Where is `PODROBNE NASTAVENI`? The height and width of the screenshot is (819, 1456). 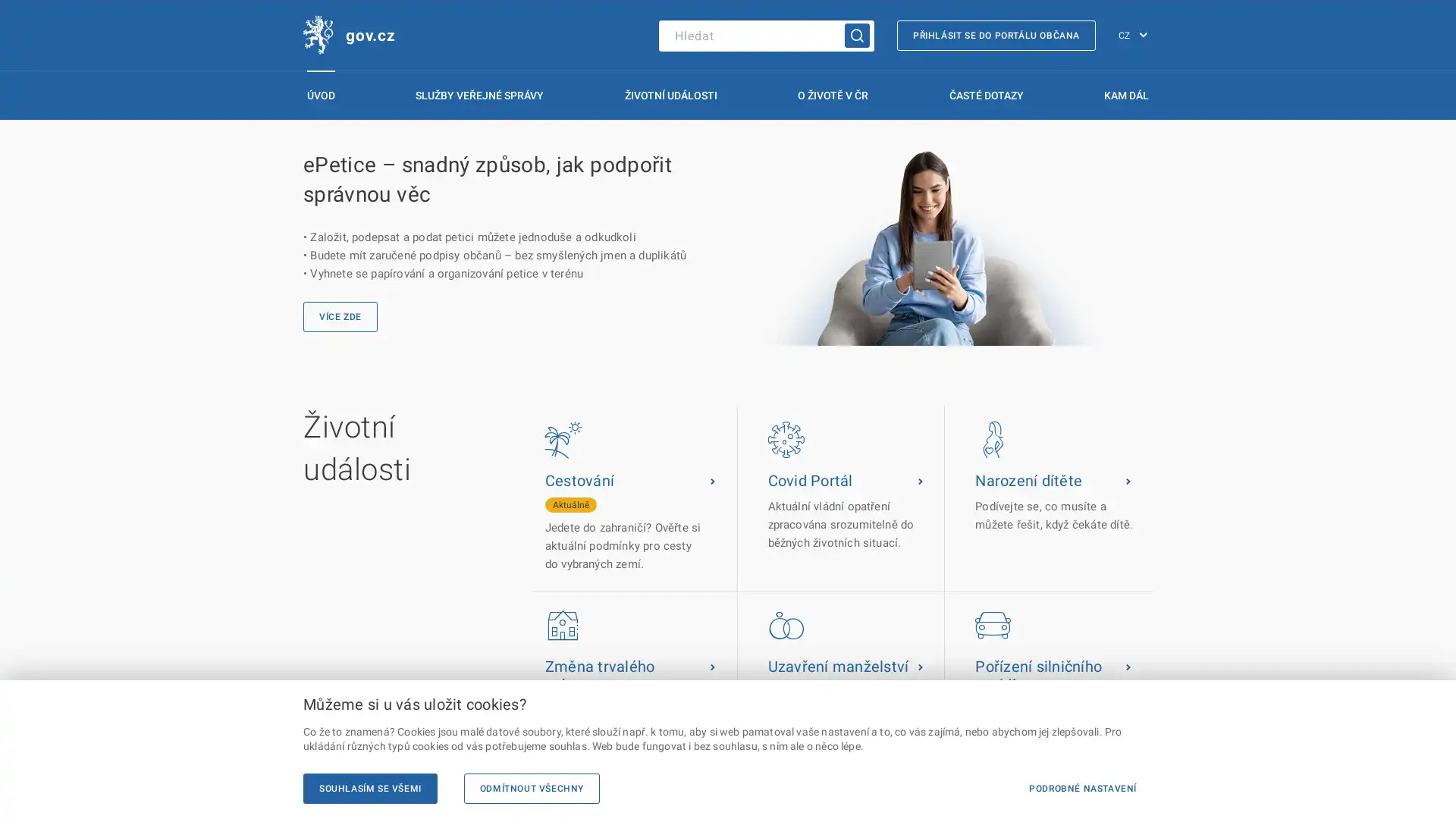
PODROBNE NASTAVENI is located at coordinates (1081, 788).